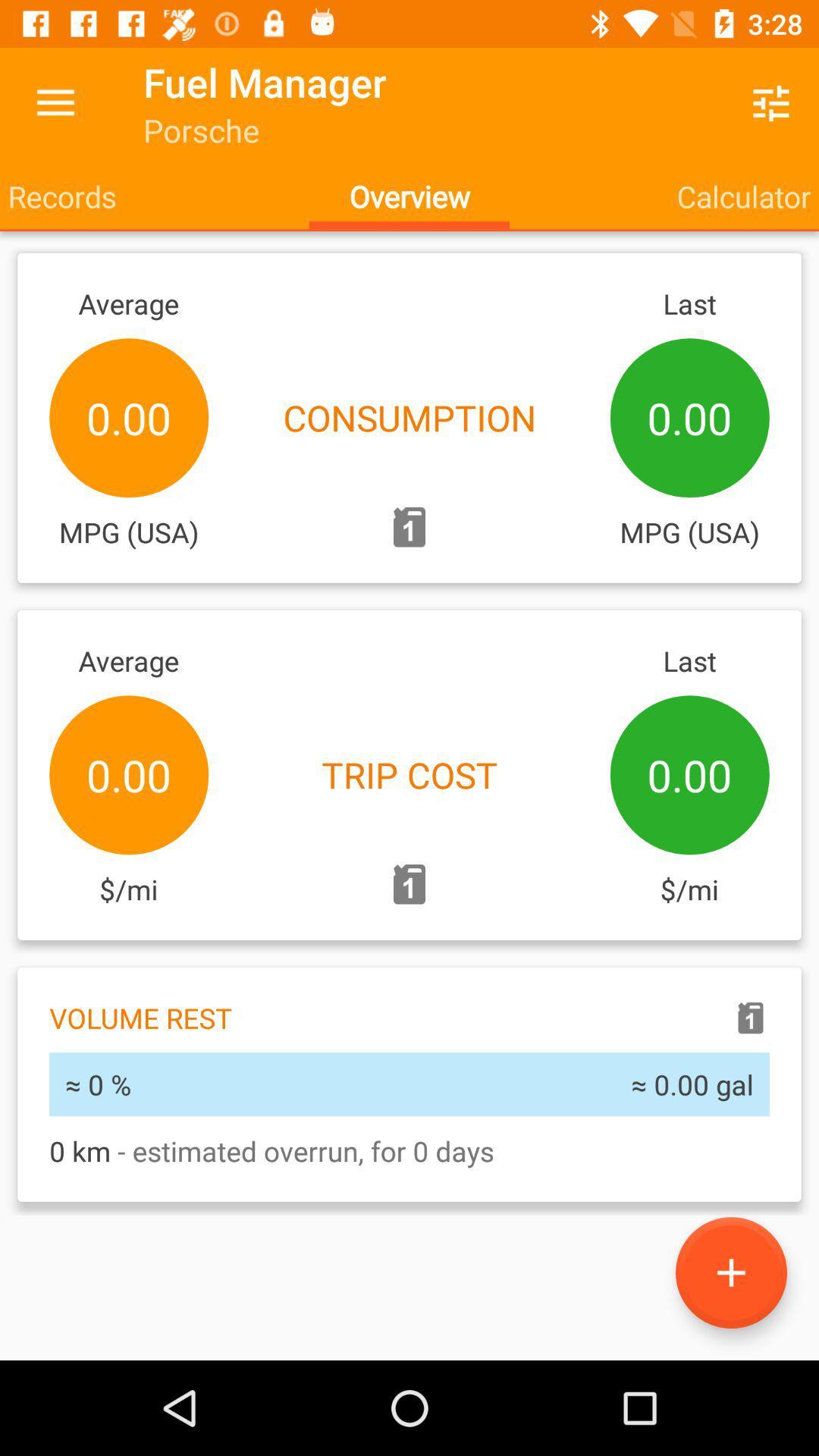  I want to click on icon to the right of the fuel manager, so click(771, 102).